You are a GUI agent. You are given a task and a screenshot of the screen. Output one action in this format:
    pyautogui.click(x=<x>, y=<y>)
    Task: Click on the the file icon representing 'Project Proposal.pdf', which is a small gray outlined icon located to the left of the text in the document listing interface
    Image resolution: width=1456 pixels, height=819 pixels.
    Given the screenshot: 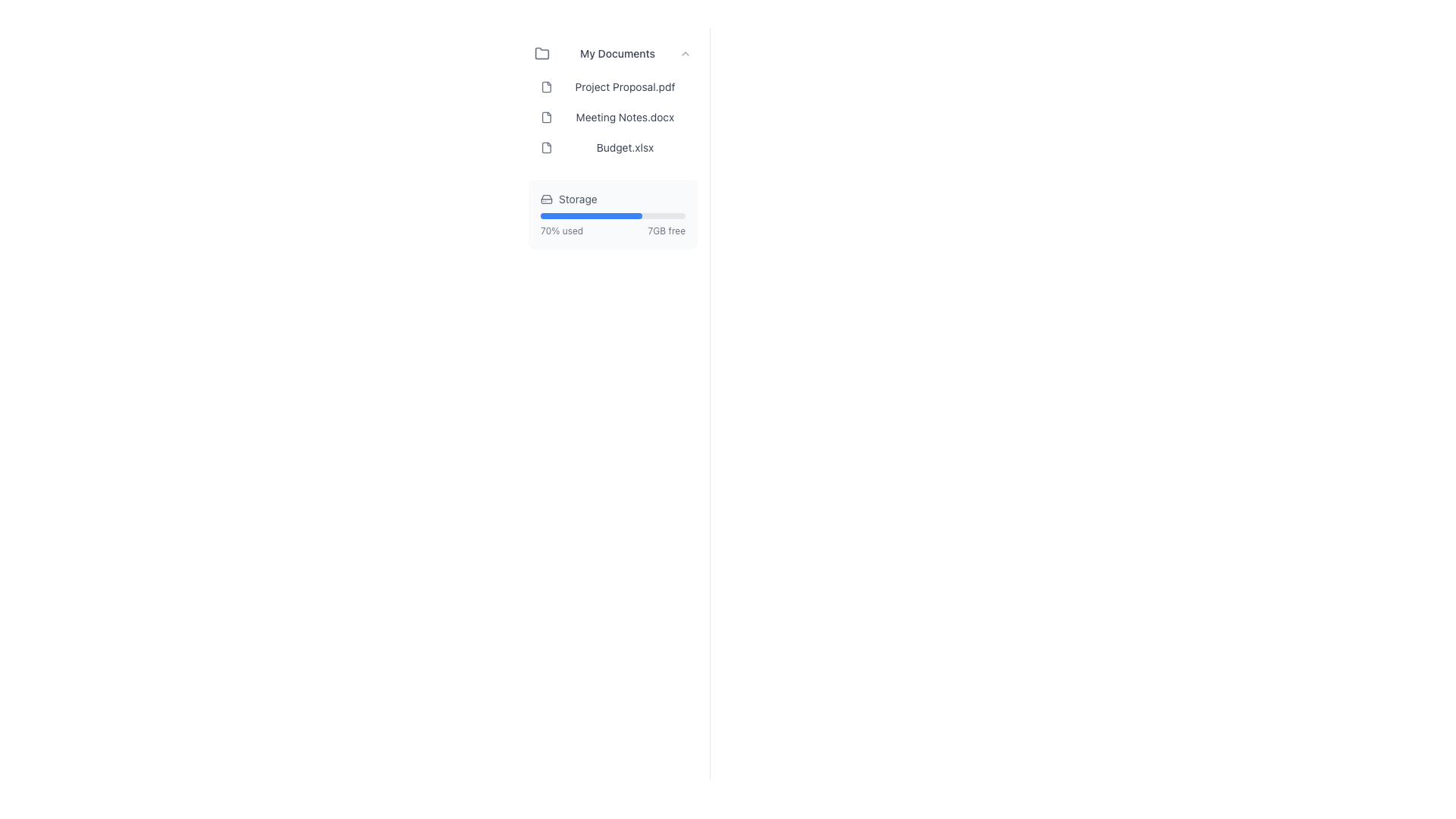 What is the action you would take?
    pyautogui.click(x=546, y=87)
    